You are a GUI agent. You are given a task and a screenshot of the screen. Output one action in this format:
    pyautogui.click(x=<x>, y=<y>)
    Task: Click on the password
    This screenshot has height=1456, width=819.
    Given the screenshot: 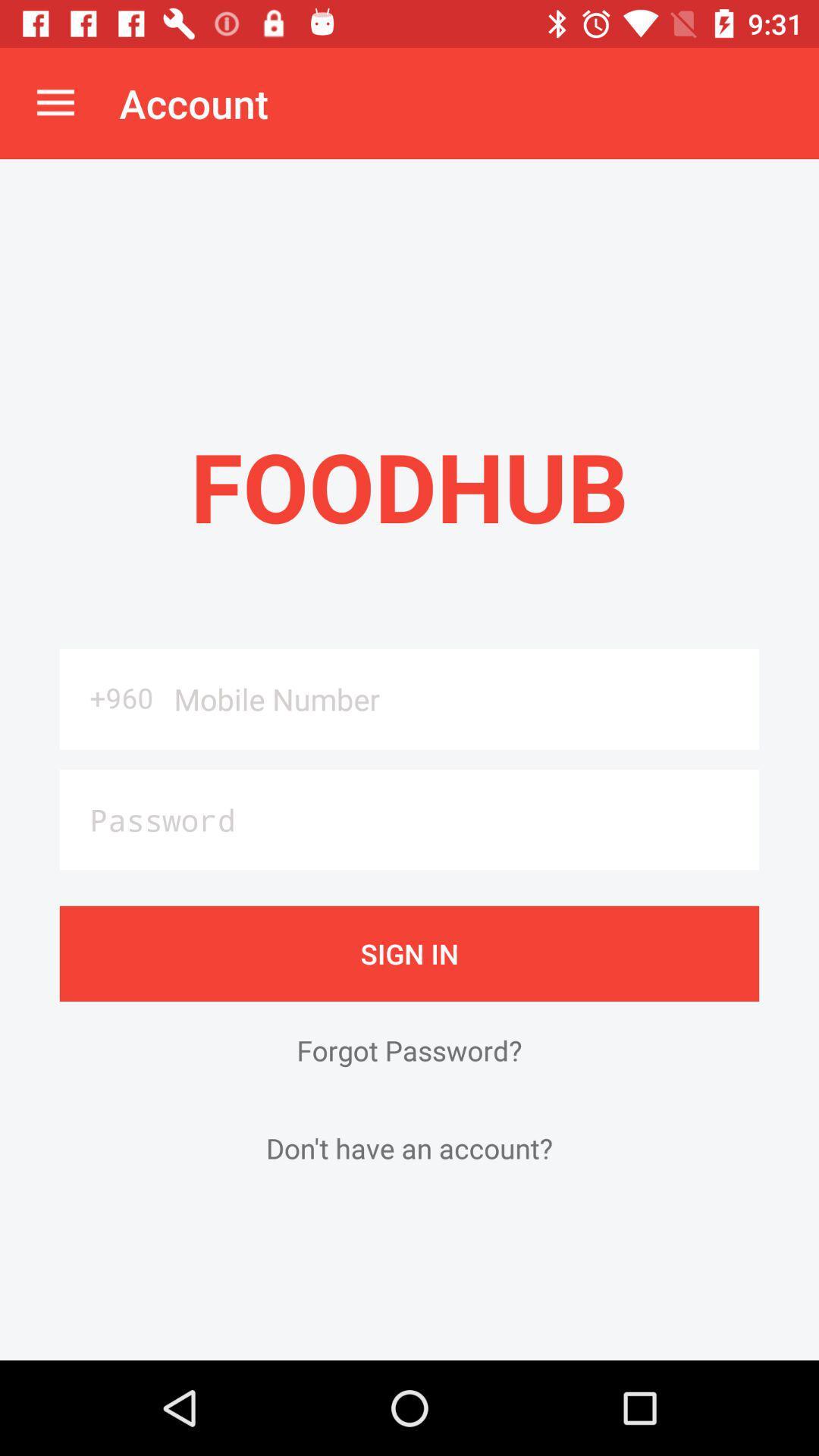 What is the action you would take?
    pyautogui.click(x=409, y=819)
    